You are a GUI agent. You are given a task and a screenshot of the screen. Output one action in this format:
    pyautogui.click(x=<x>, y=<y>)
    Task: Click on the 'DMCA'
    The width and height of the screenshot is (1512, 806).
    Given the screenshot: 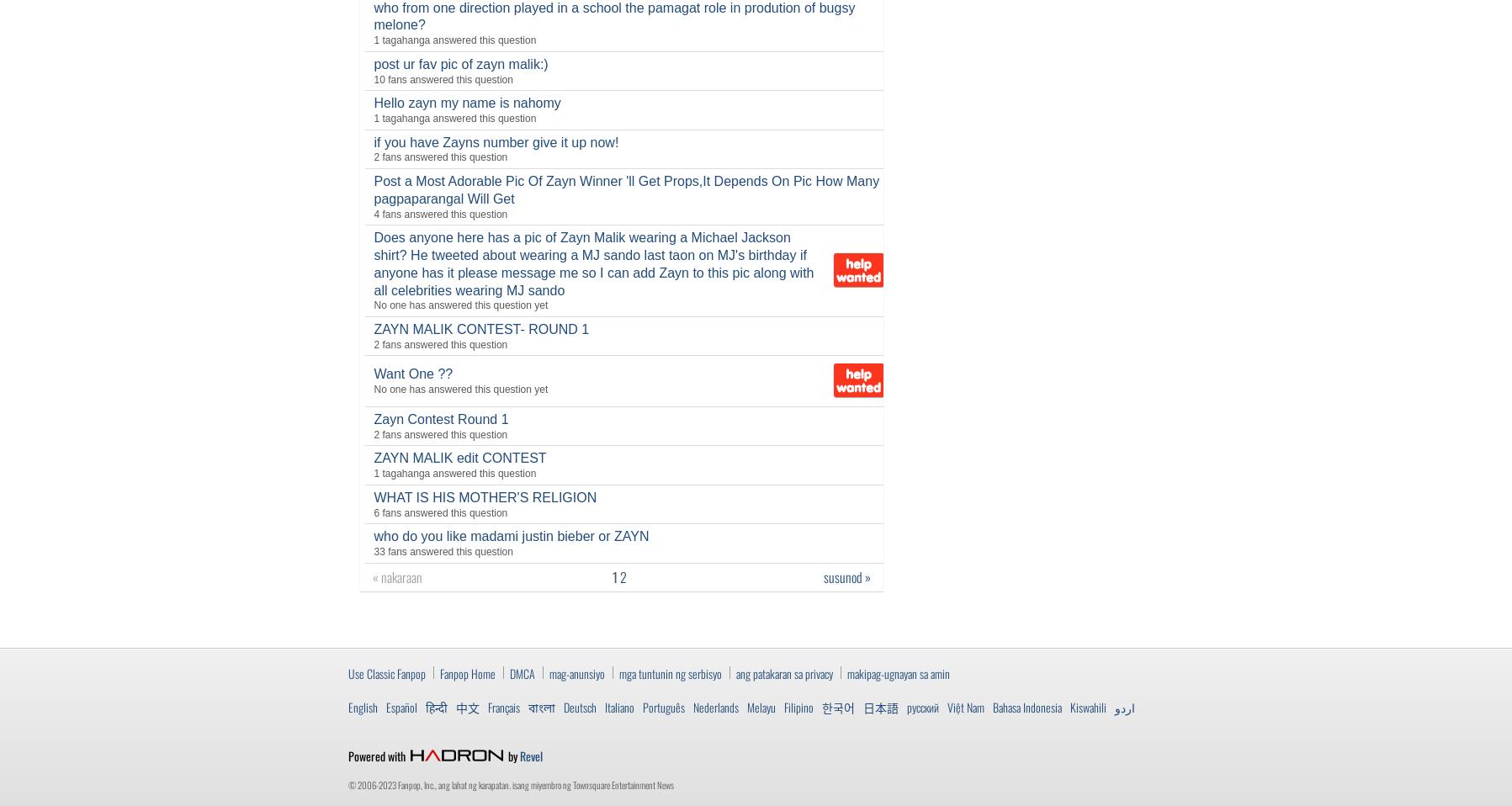 What is the action you would take?
    pyautogui.click(x=521, y=672)
    